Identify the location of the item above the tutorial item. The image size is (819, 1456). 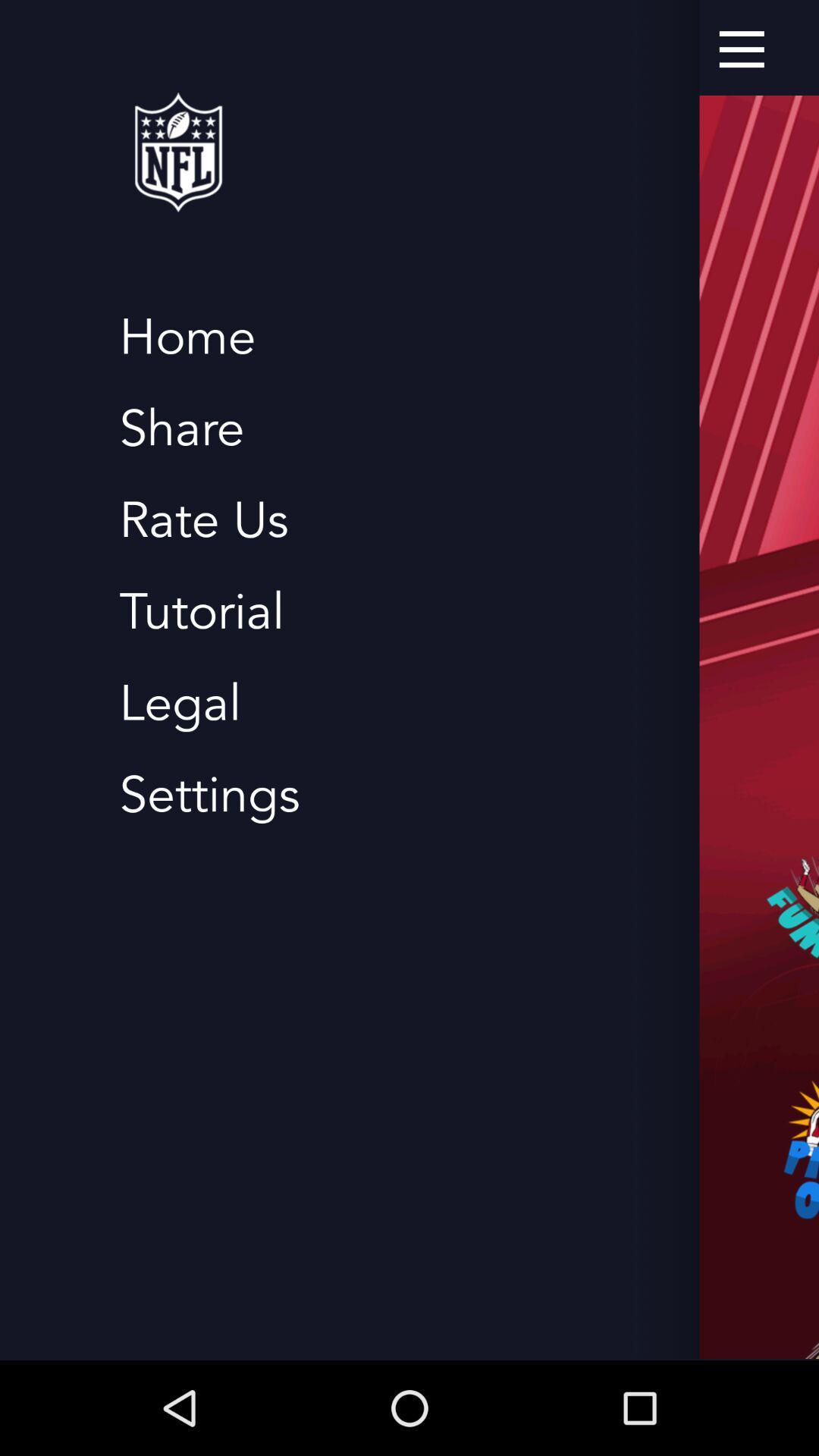
(202, 520).